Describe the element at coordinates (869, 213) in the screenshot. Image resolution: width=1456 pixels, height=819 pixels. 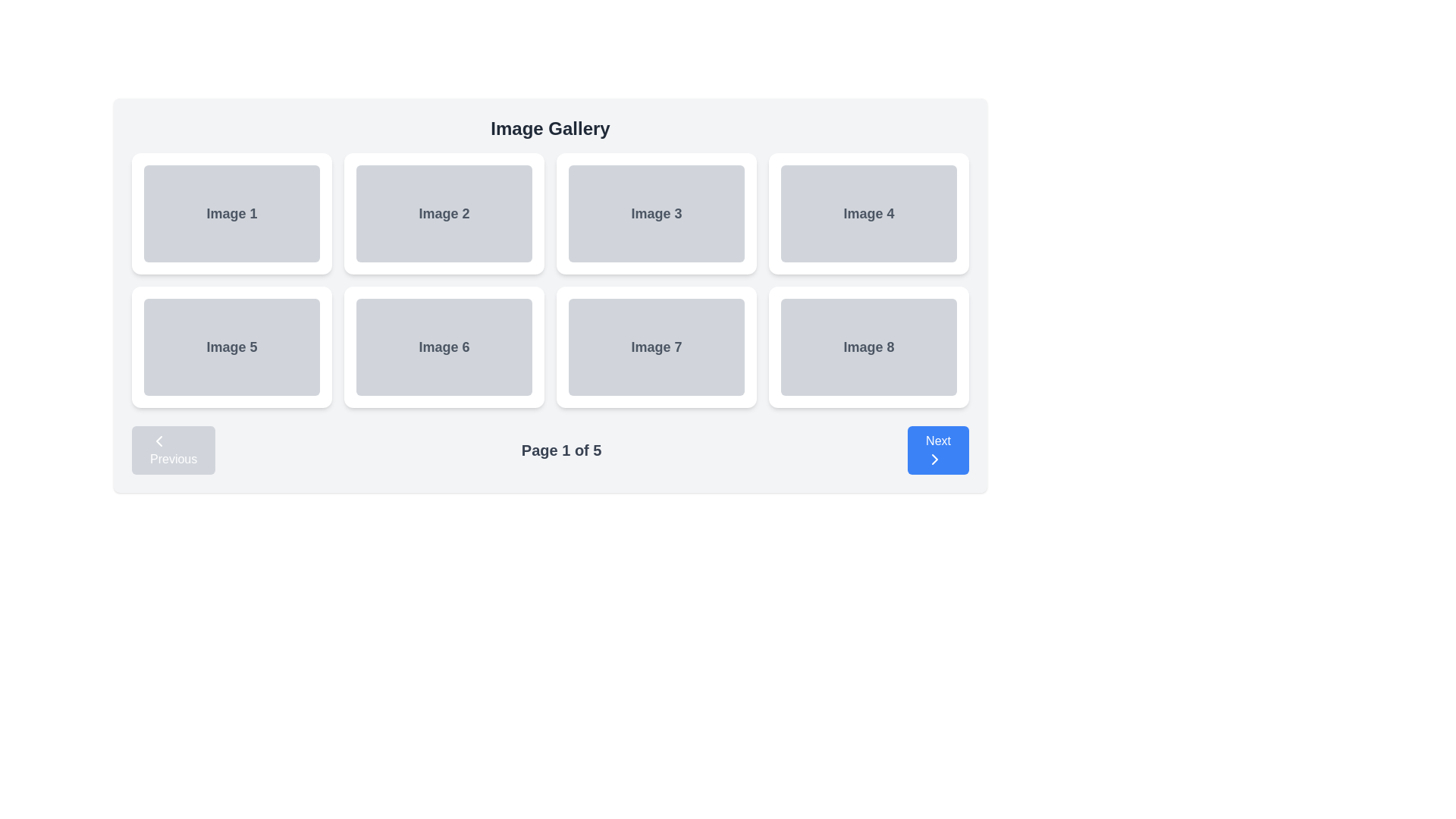
I see `the non-interactive image card displaying 'Image 4' in the gallery layout, located in the first row and fourth position` at that location.